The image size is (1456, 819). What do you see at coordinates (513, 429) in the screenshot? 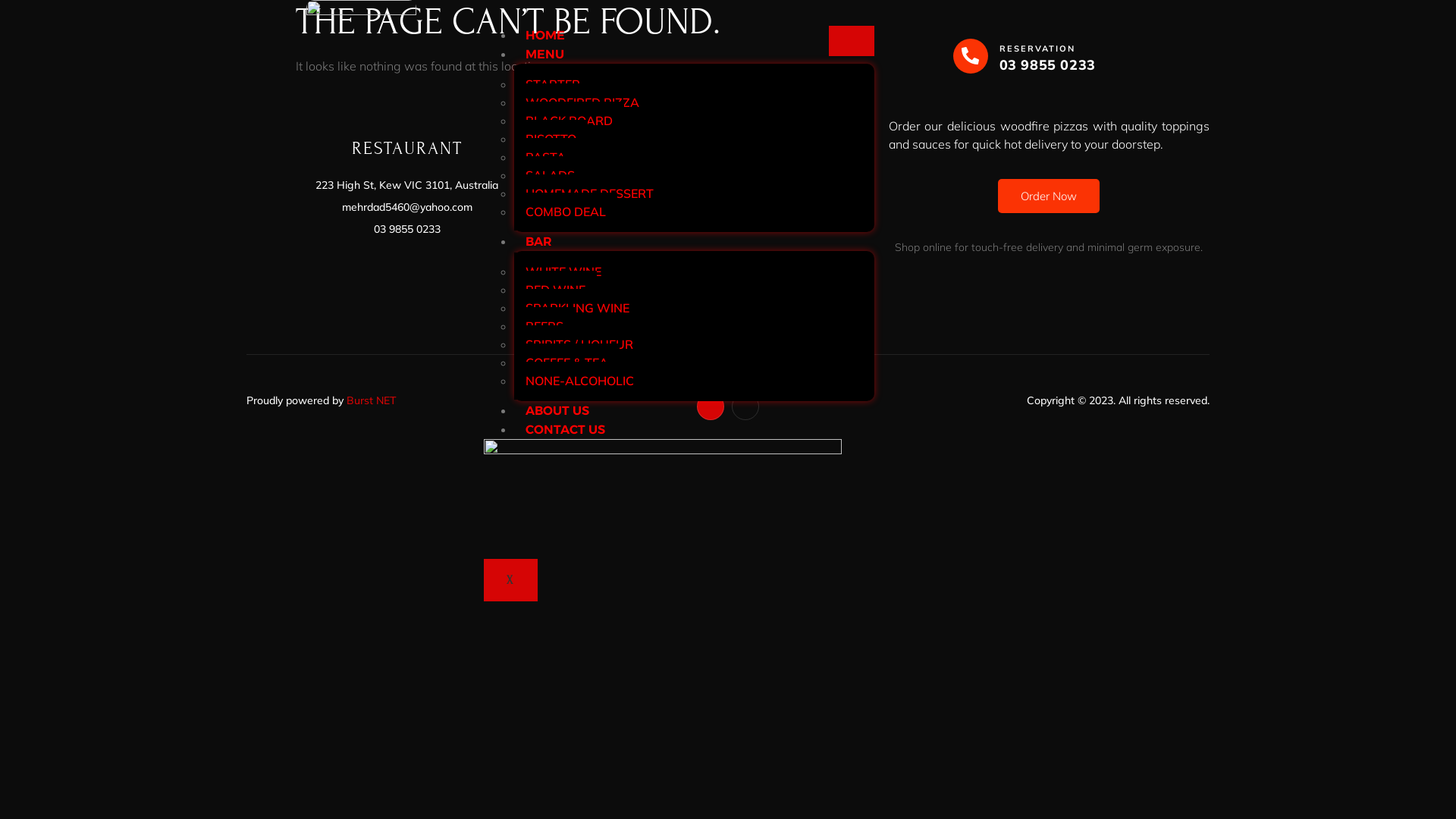
I see `'CONTACT US'` at bounding box center [513, 429].